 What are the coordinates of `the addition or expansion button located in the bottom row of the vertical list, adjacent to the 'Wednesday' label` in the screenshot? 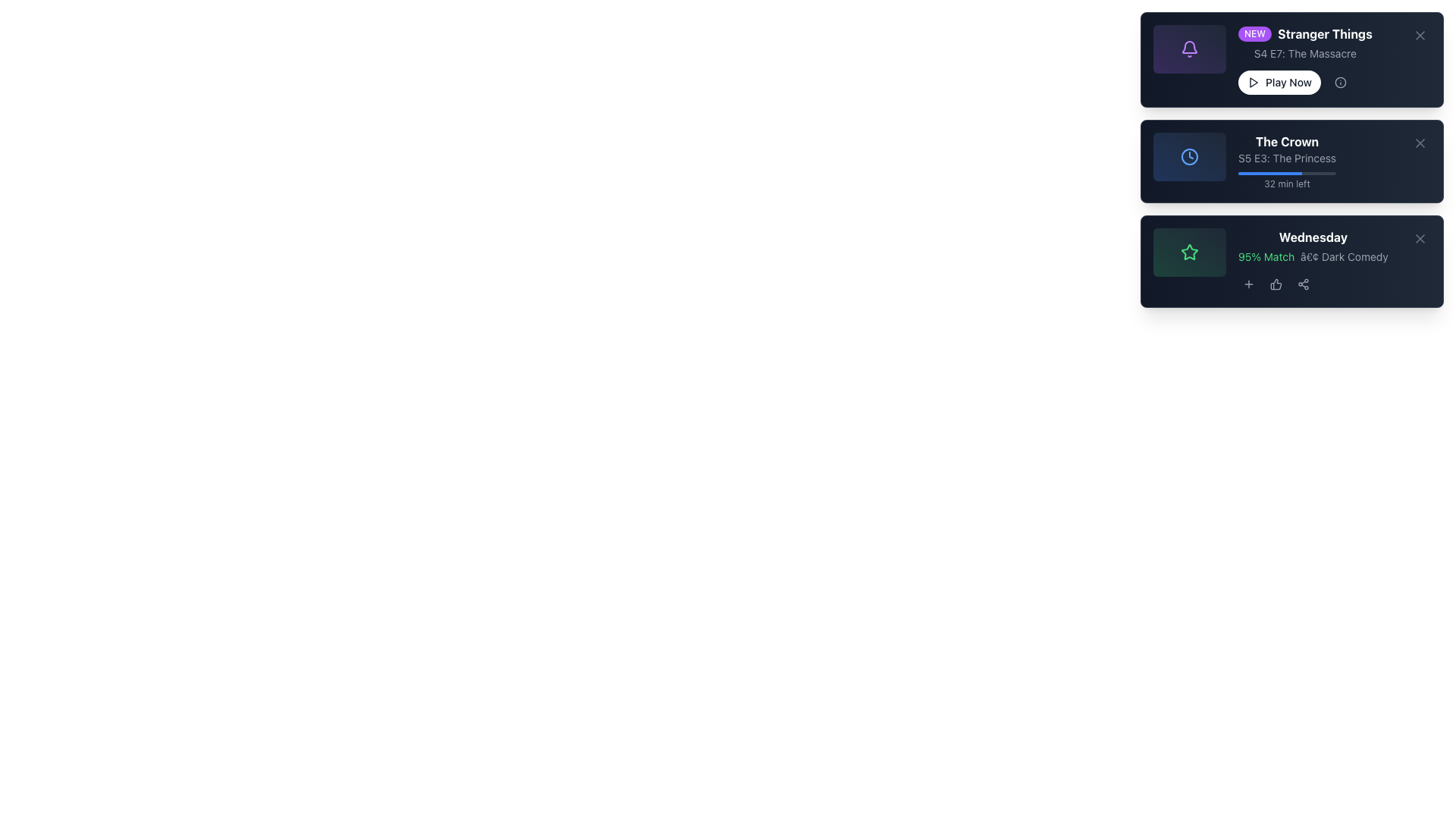 It's located at (1248, 284).